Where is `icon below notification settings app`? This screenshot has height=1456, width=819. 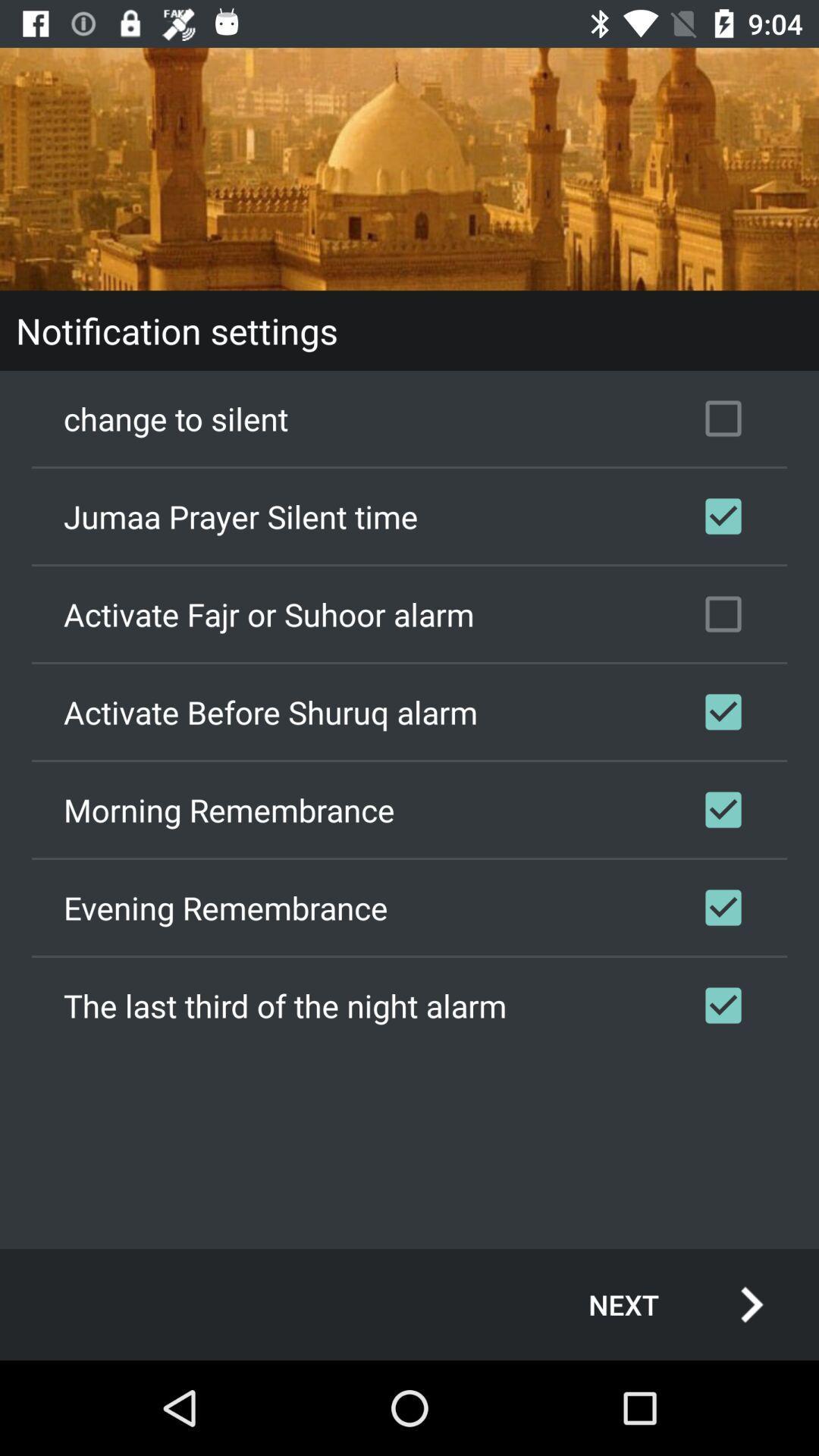
icon below notification settings app is located at coordinates (409, 419).